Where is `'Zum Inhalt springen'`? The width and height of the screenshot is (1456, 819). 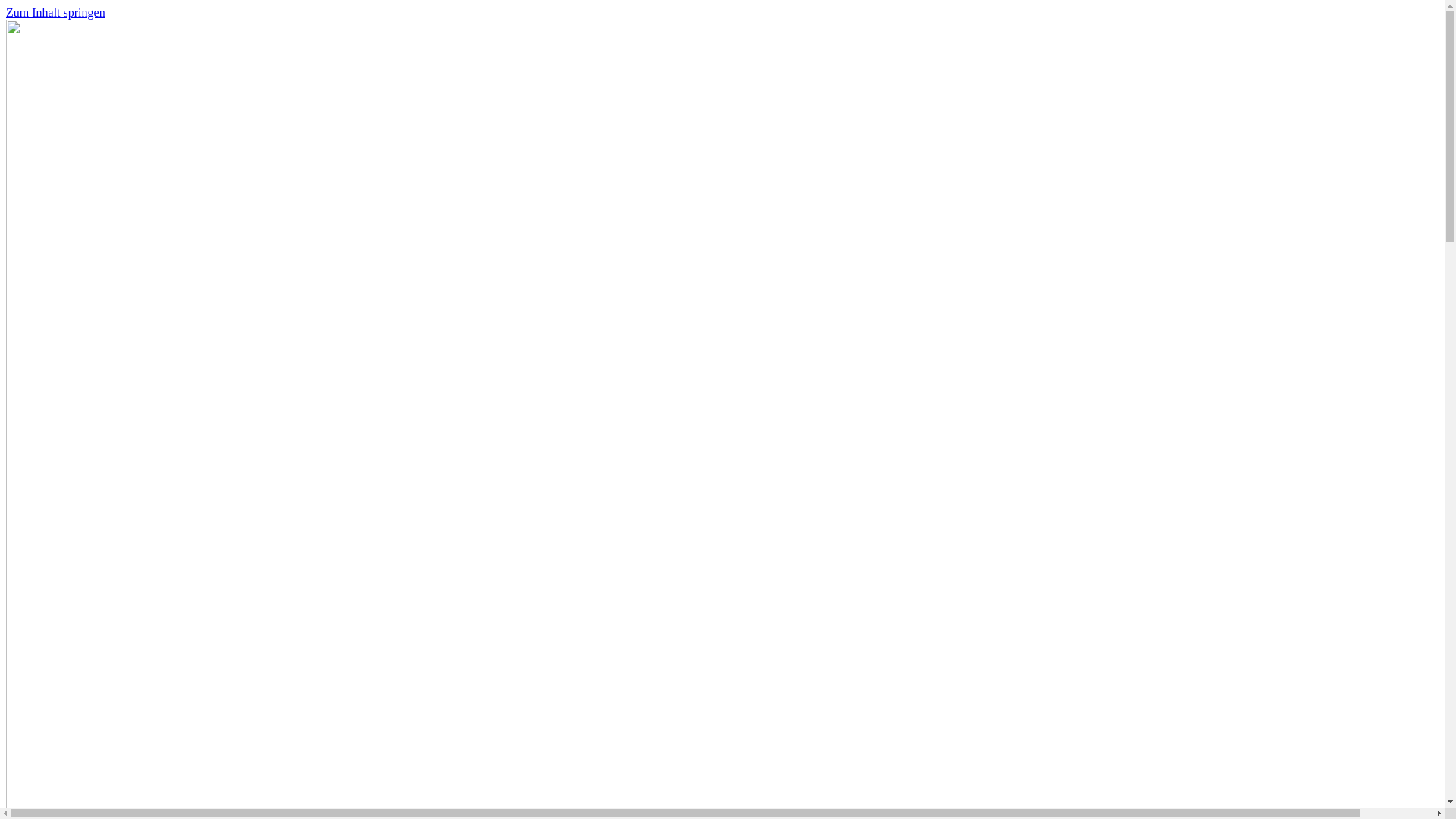 'Zum Inhalt springen' is located at coordinates (55, 12).